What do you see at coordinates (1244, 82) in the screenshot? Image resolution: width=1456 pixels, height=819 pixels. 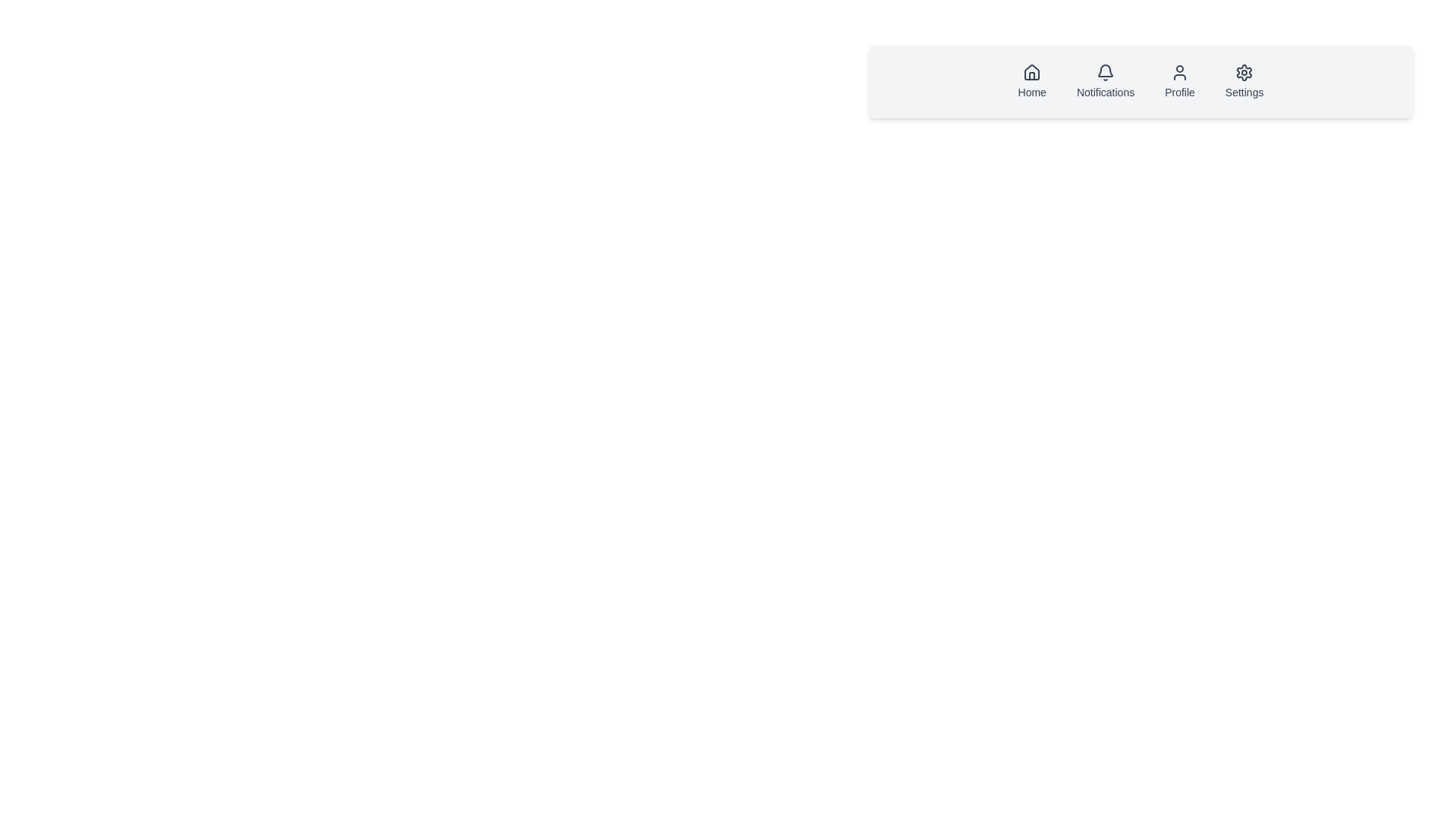 I see `the settings navigation button, which is the fourth item in the horizontal list of navigation options located at the top-right of the page` at bounding box center [1244, 82].